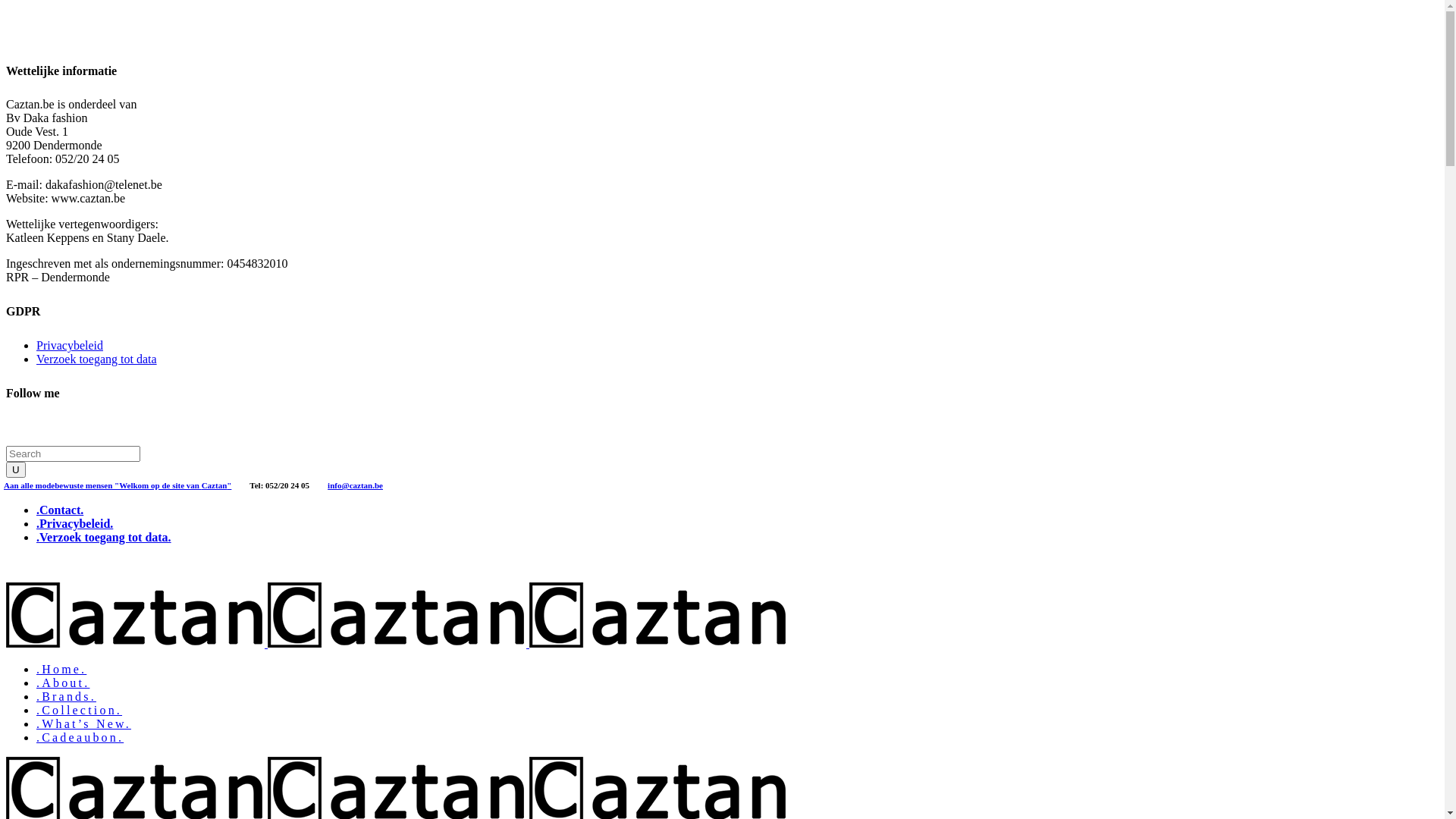 This screenshot has height=819, width=1456. What do you see at coordinates (65, 696) in the screenshot?
I see `'.Brands.'` at bounding box center [65, 696].